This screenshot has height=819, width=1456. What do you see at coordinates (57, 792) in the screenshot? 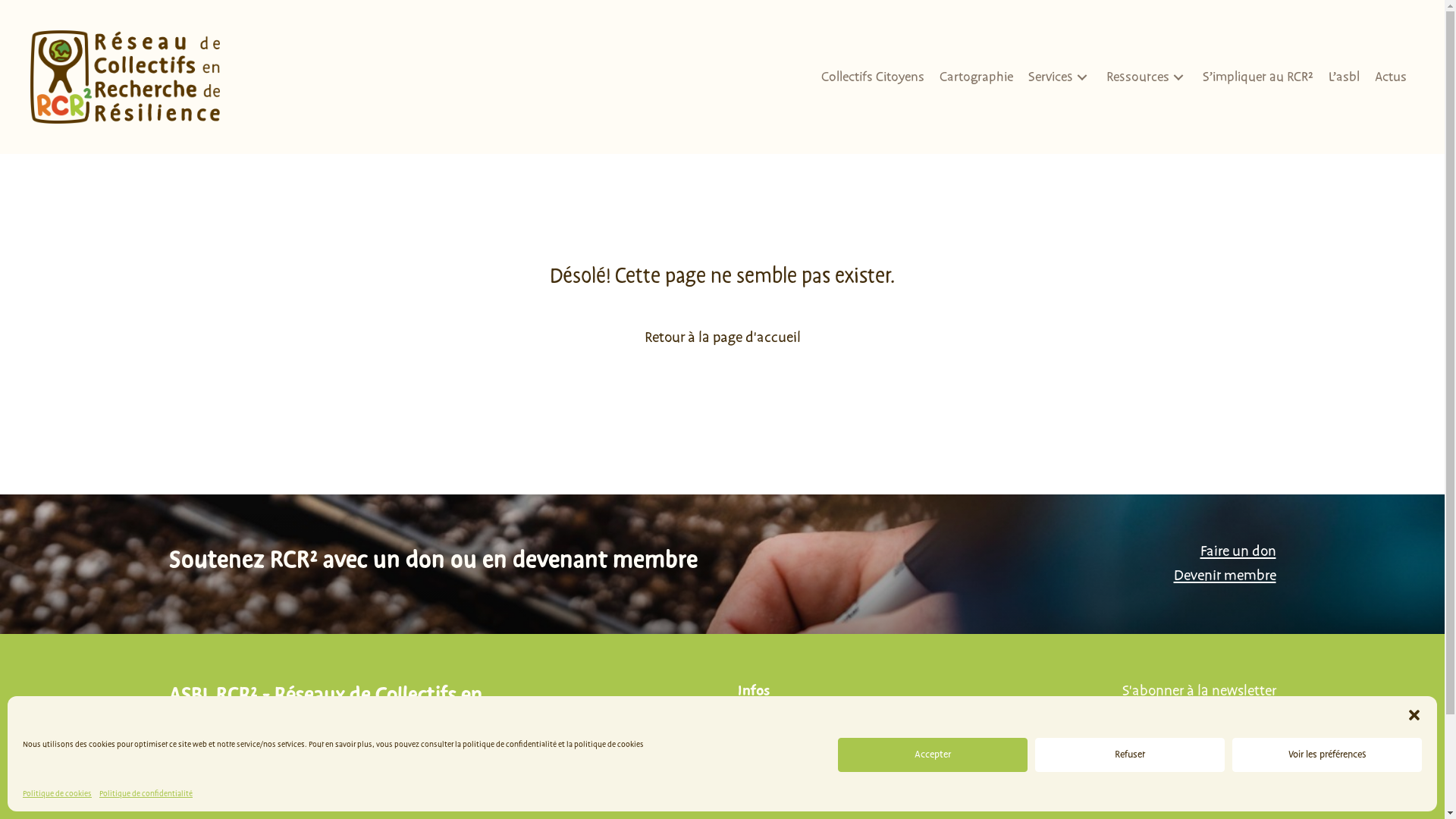
I see `'Politique de cookies'` at bounding box center [57, 792].